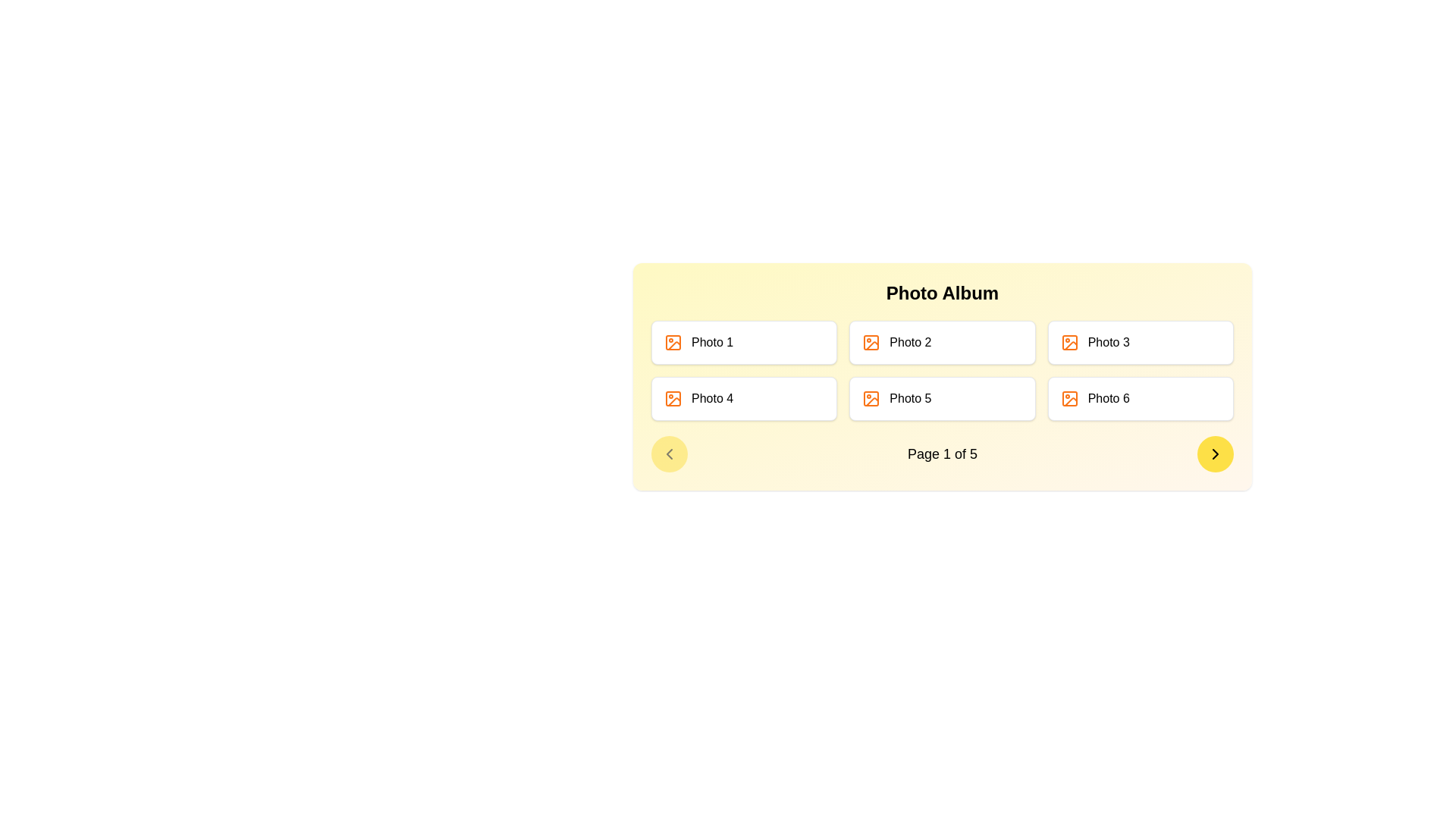  Describe the element at coordinates (871, 342) in the screenshot. I see `small square with rounded corners styled in orange, located within the image placeholder of the photo album application` at that location.